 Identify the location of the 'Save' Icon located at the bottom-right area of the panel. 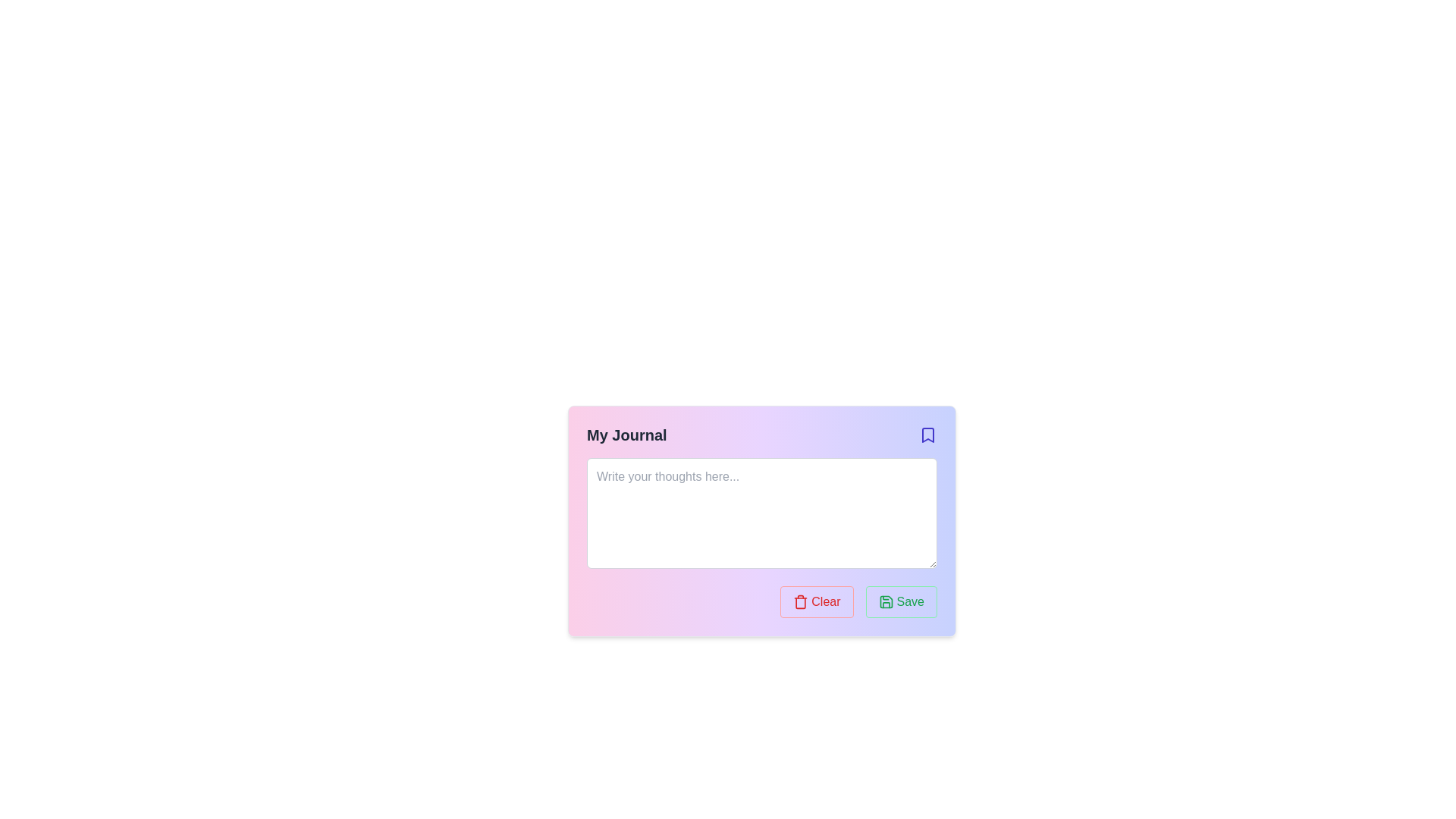
(886, 601).